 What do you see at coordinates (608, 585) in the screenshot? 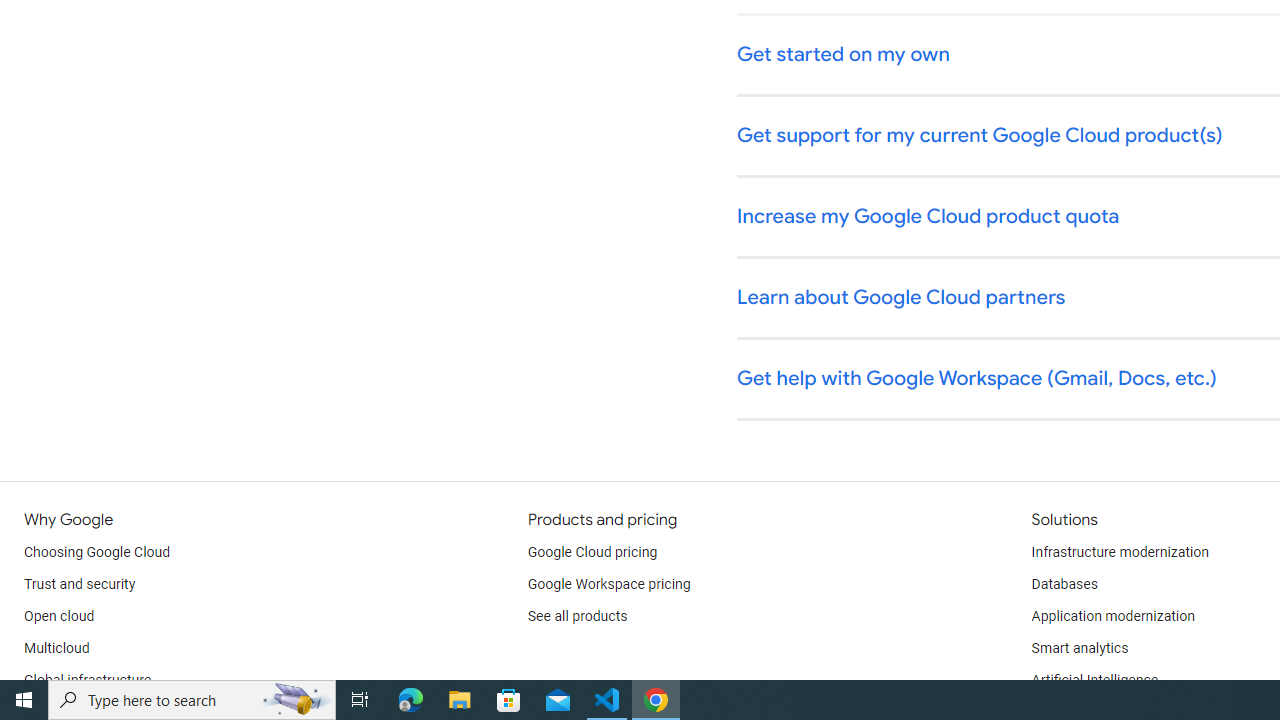
I see `'Google Workspace pricing'` at bounding box center [608, 585].